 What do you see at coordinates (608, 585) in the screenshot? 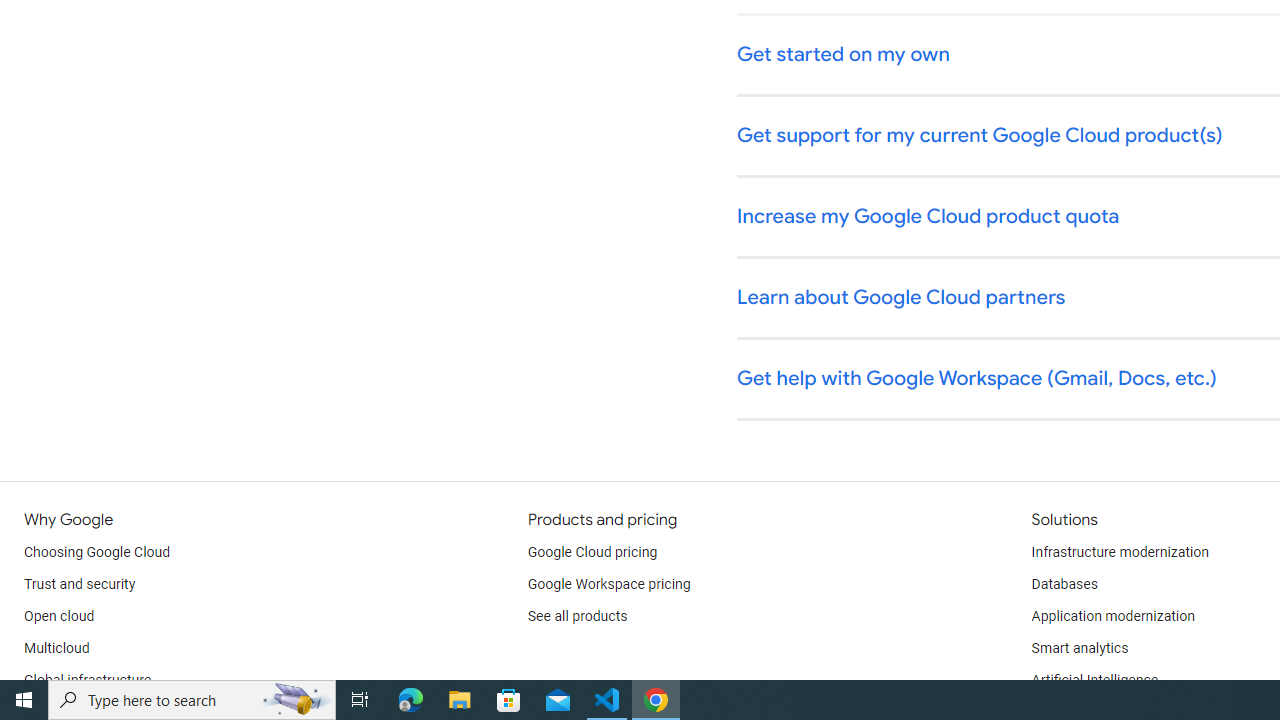
I see `'Google Workspace pricing'` at bounding box center [608, 585].